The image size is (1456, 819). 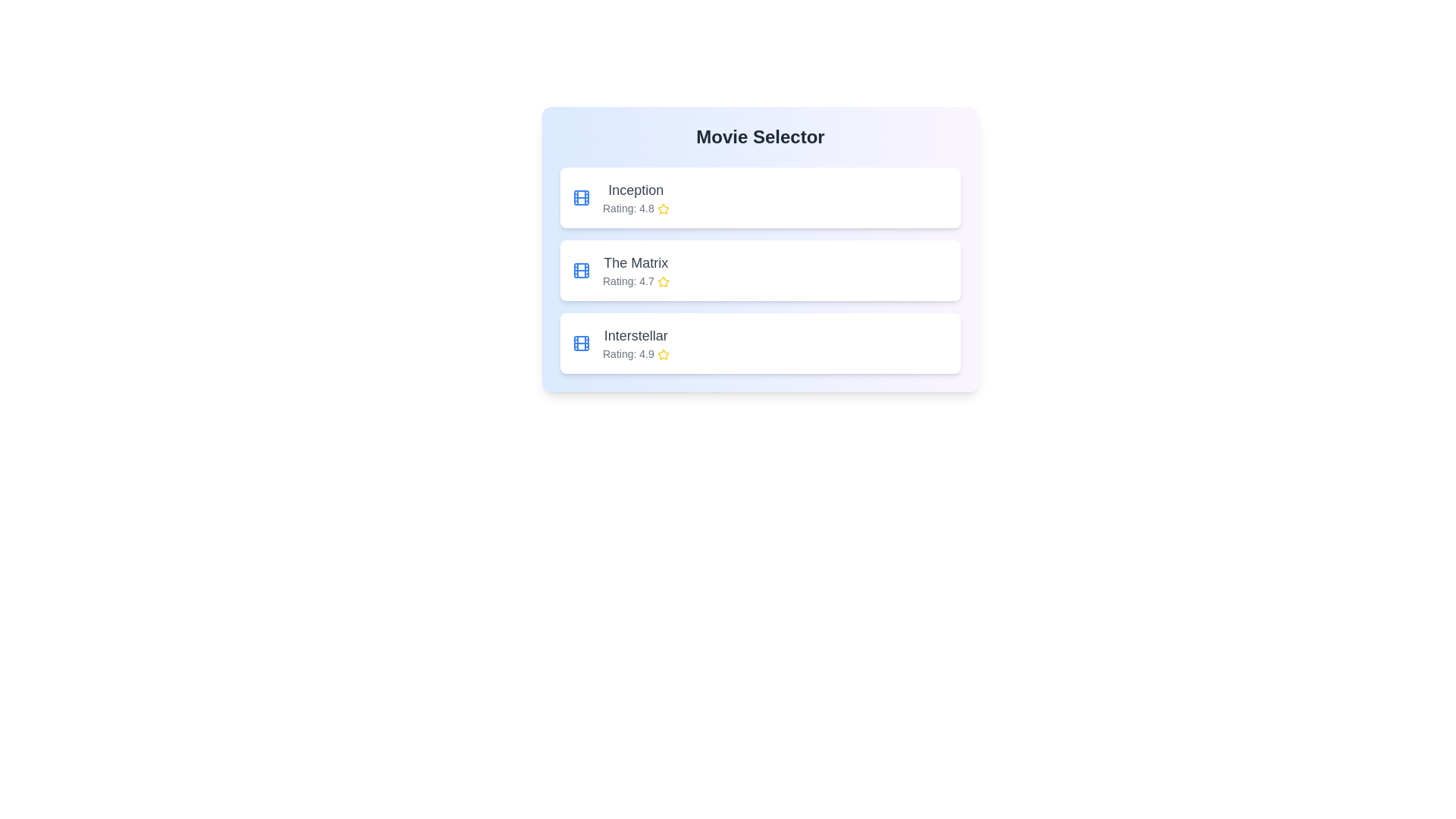 I want to click on the movie titled The Matrix from the list, so click(x=761, y=270).